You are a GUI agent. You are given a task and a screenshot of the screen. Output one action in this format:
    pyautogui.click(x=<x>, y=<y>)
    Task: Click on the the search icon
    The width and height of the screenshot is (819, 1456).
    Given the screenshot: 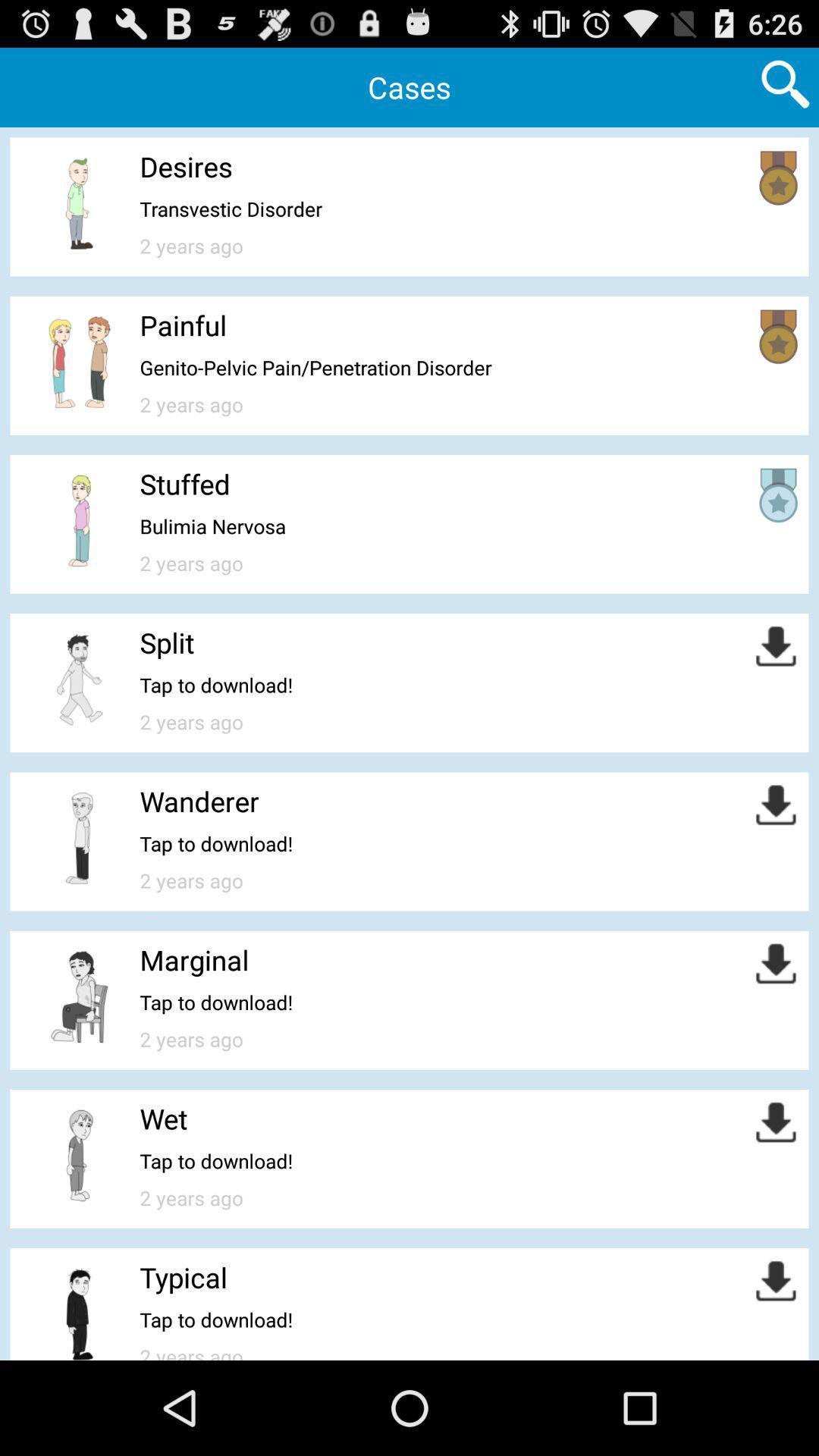 What is the action you would take?
    pyautogui.click(x=785, y=89)
    